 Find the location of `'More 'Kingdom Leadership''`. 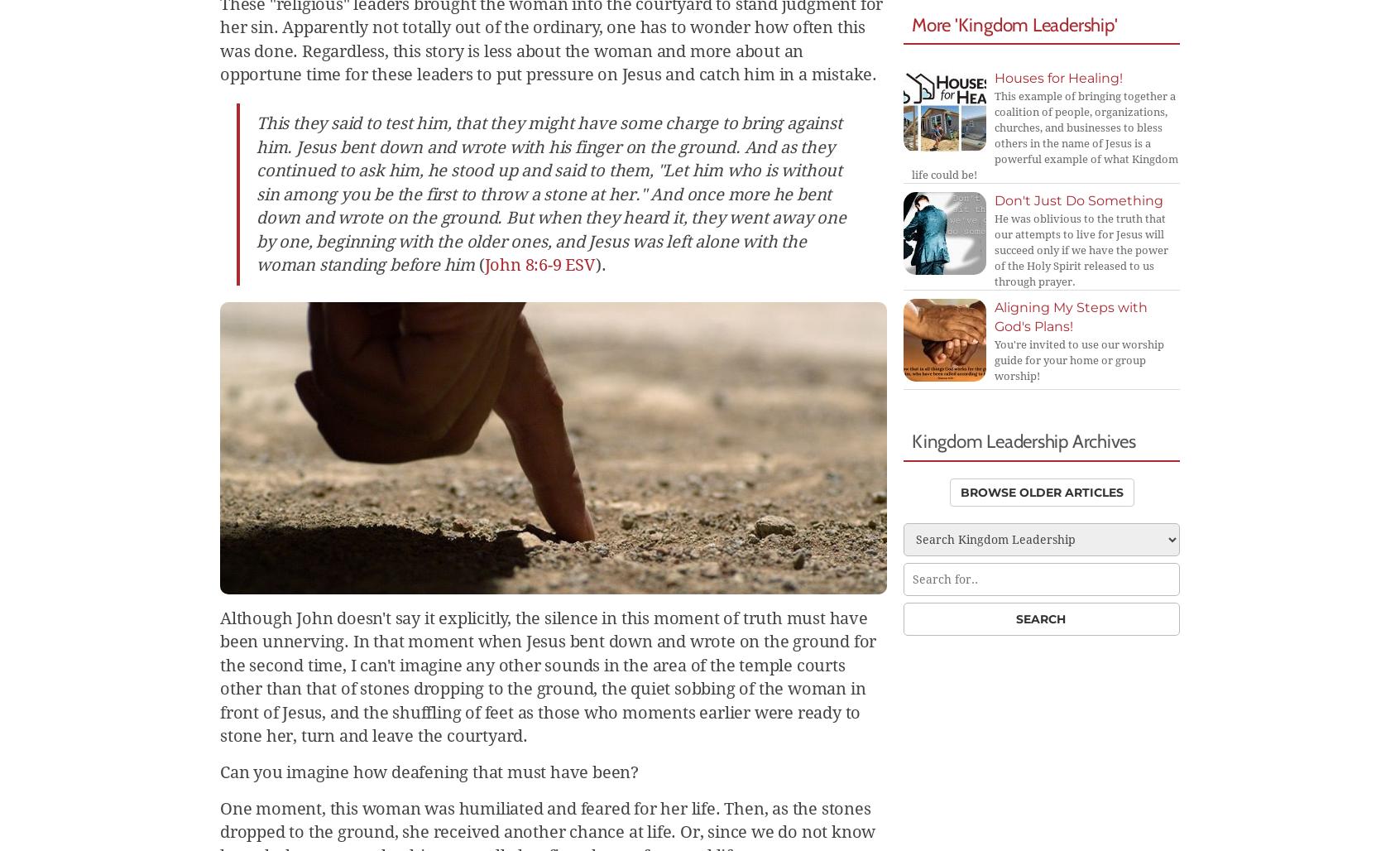

'More 'Kingdom Leadership'' is located at coordinates (1014, 23).